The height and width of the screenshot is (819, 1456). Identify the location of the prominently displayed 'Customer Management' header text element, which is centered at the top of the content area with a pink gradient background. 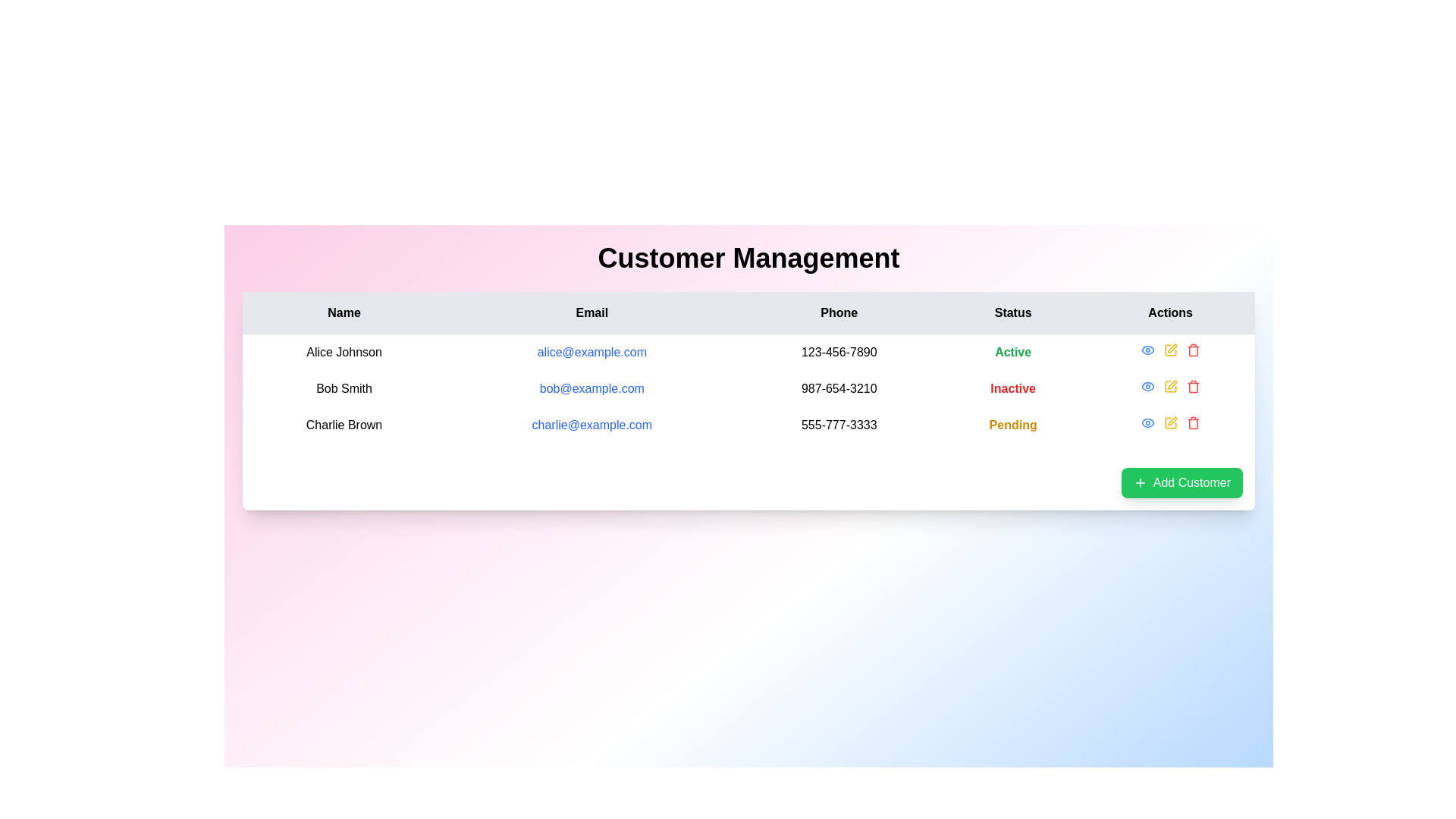
(748, 257).